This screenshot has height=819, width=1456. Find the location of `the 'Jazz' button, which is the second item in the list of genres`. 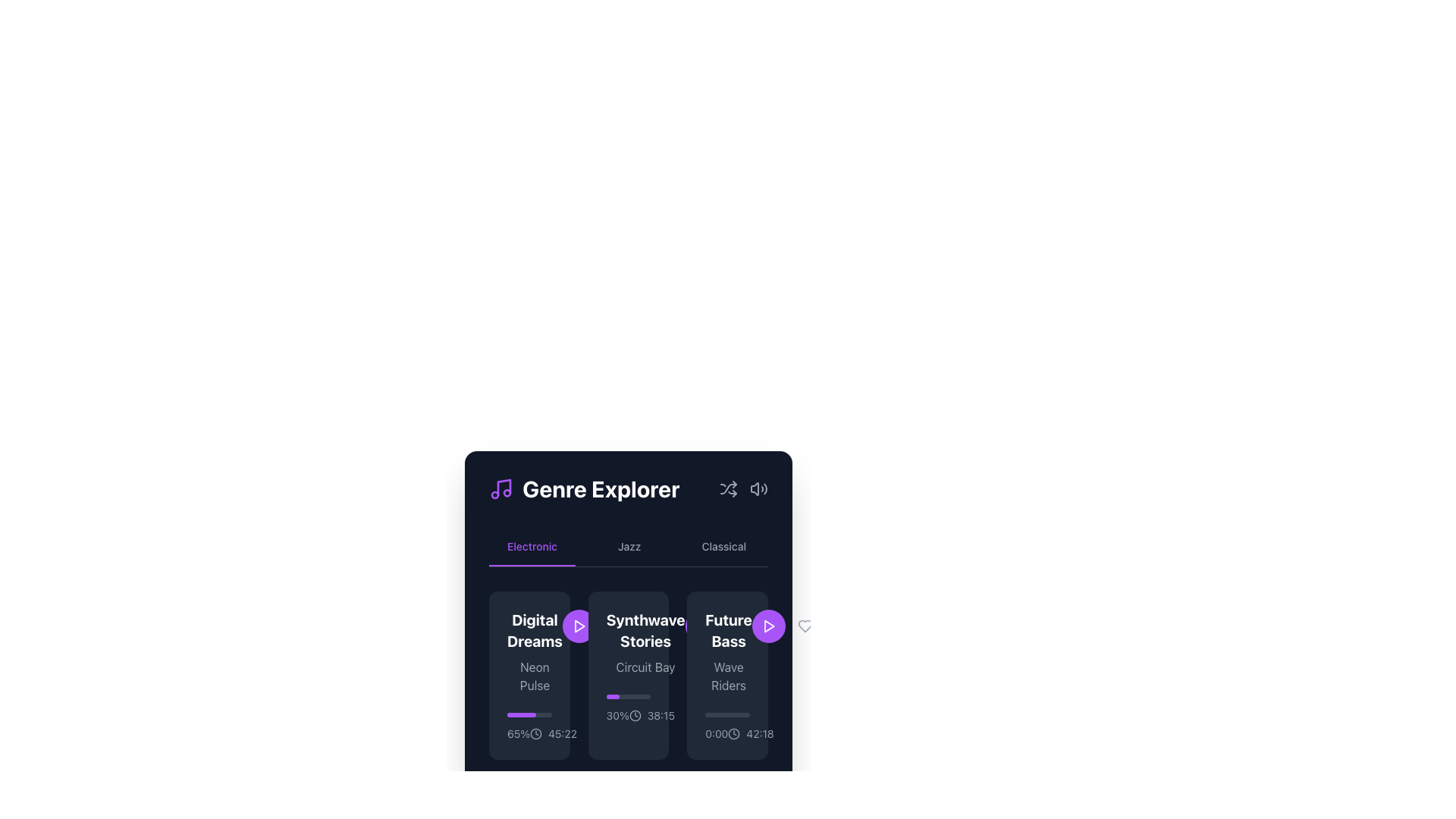

the 'Jazz' button, which is the second item in the list of genres is located at coordinates (629, 547).